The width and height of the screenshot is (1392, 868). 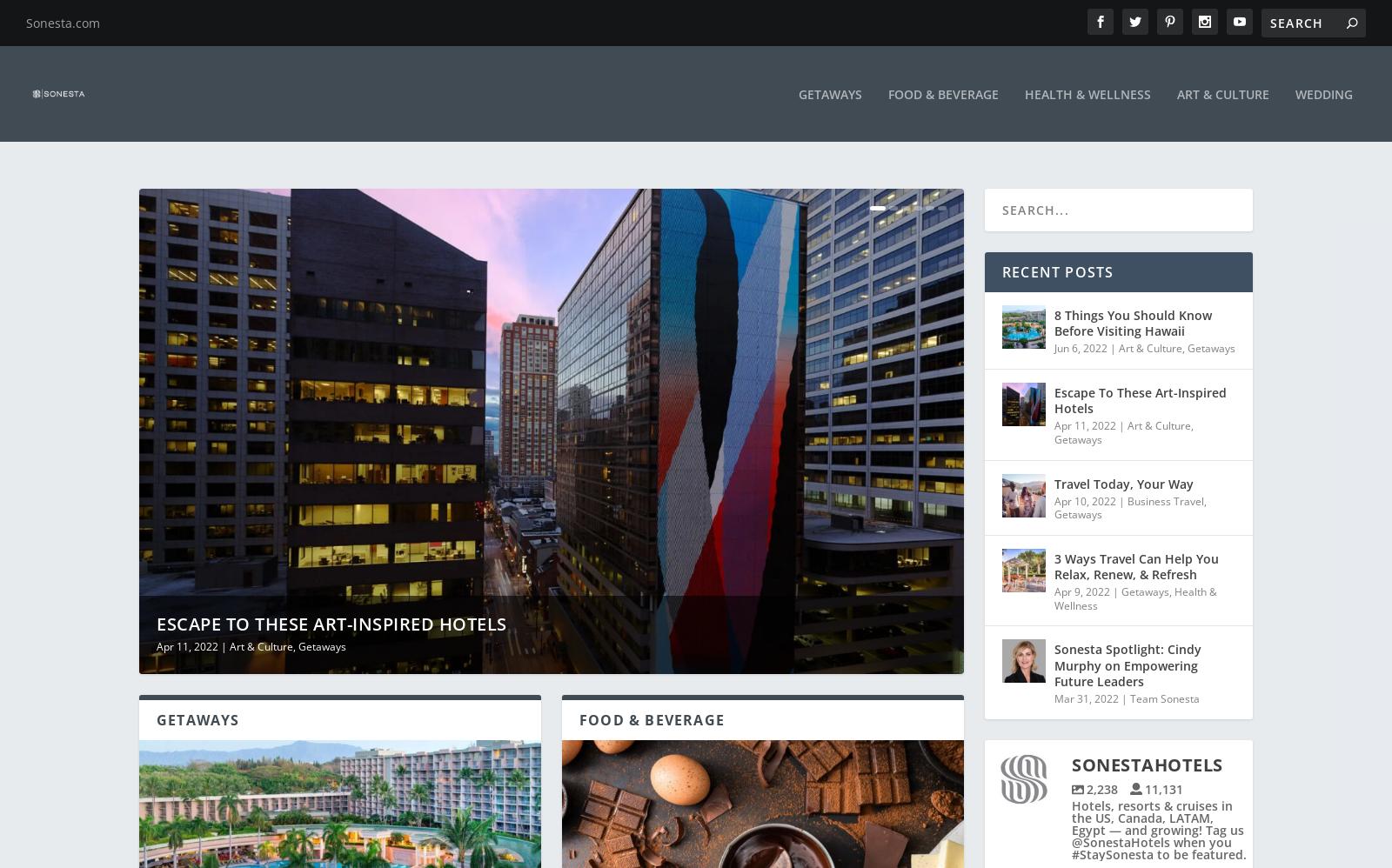 What do you see at coordinates (1158, 818) in the screenshot?
I see `'Hotels, resorts & cruises in the US, Canada, LATAM, Egypt — and growing! Tag us @SonestaHotels when you #StaySonesta to be featured.'` at bounding box center [1158, 818].